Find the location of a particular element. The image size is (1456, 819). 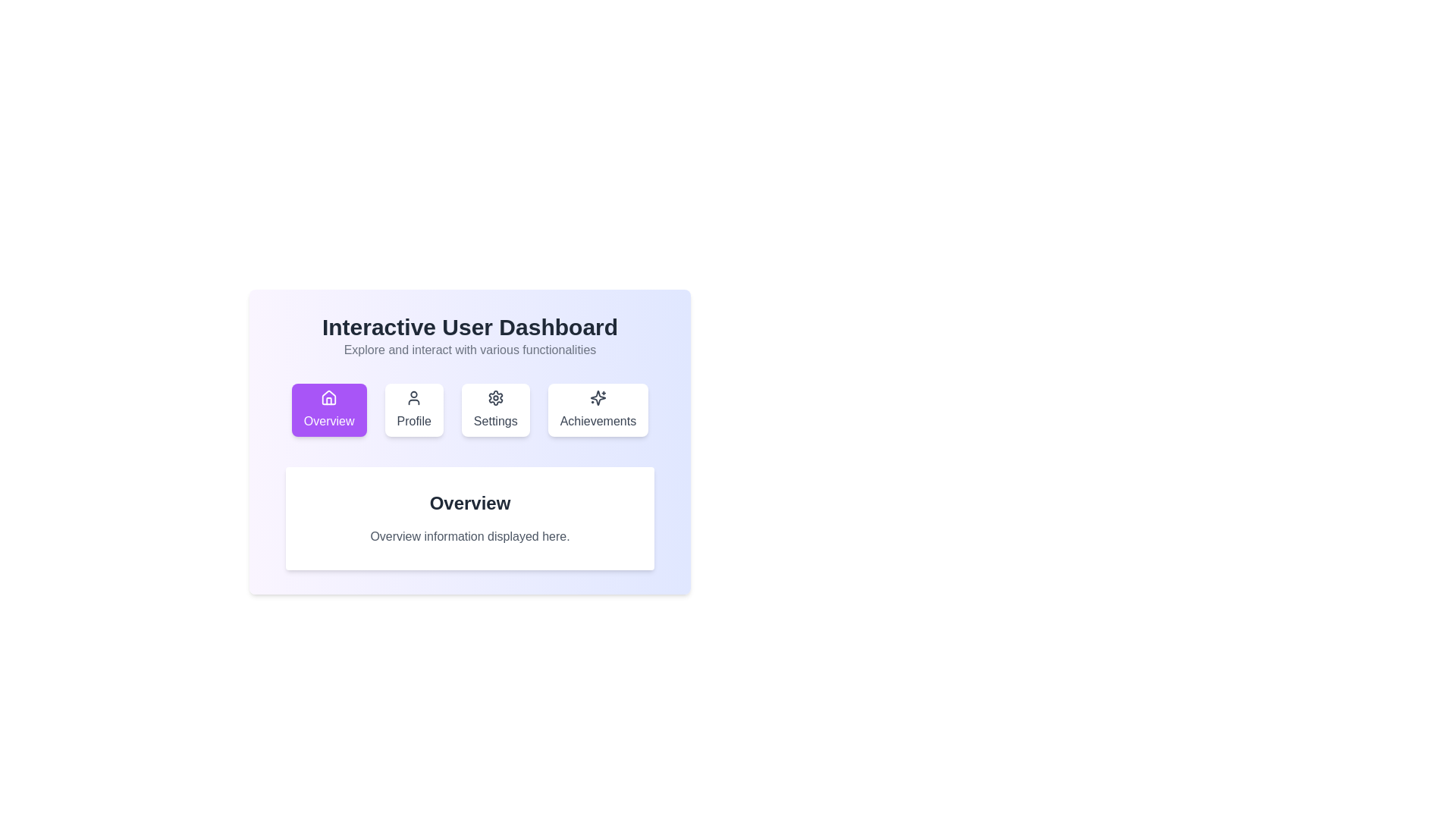

the visual indication of the house icon that is part of the 'Overview' navigation button located in the top left section of the interface is located at coordinates (328, 397).